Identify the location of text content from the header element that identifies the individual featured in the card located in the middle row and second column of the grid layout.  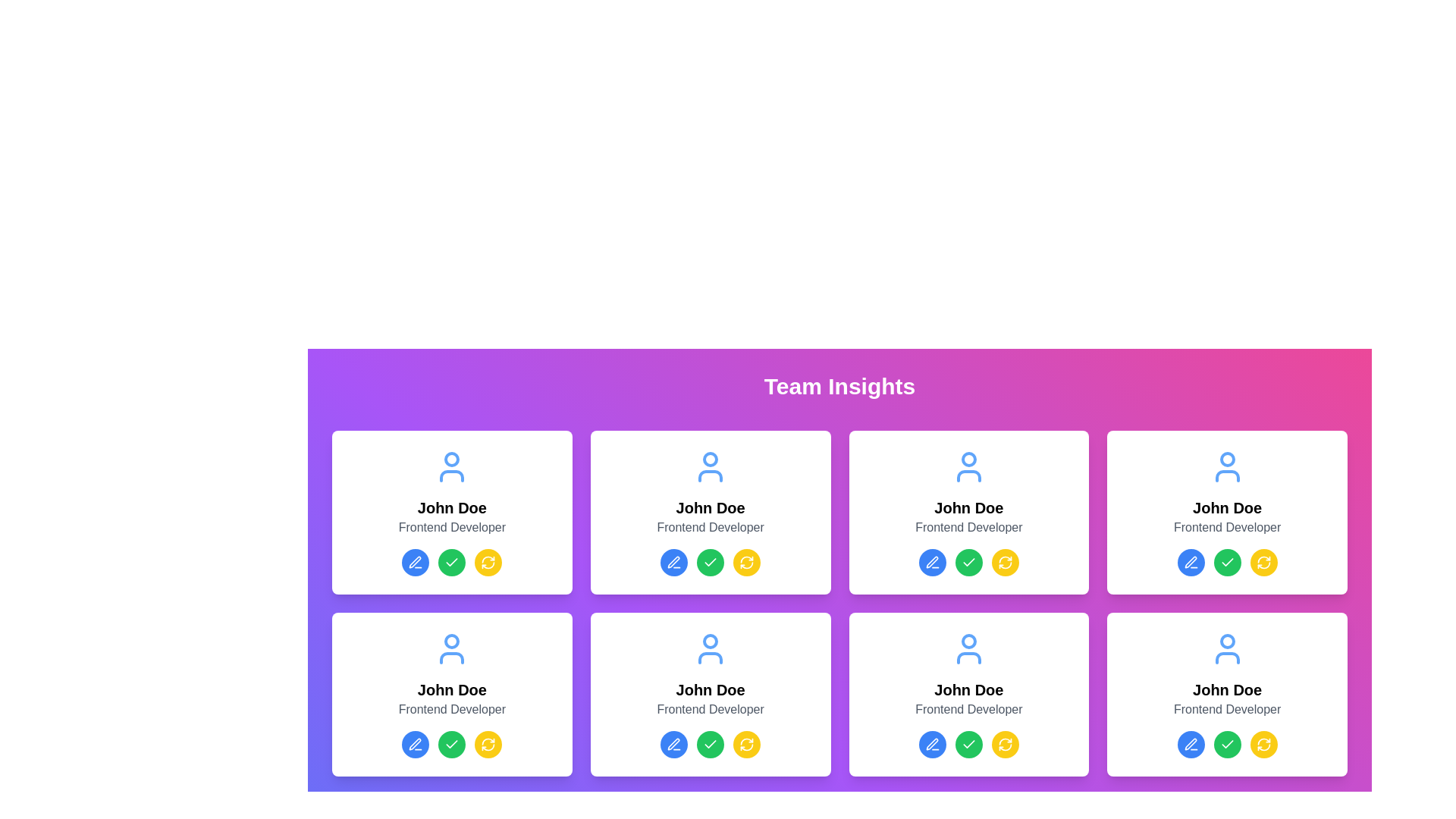
(968, 508).